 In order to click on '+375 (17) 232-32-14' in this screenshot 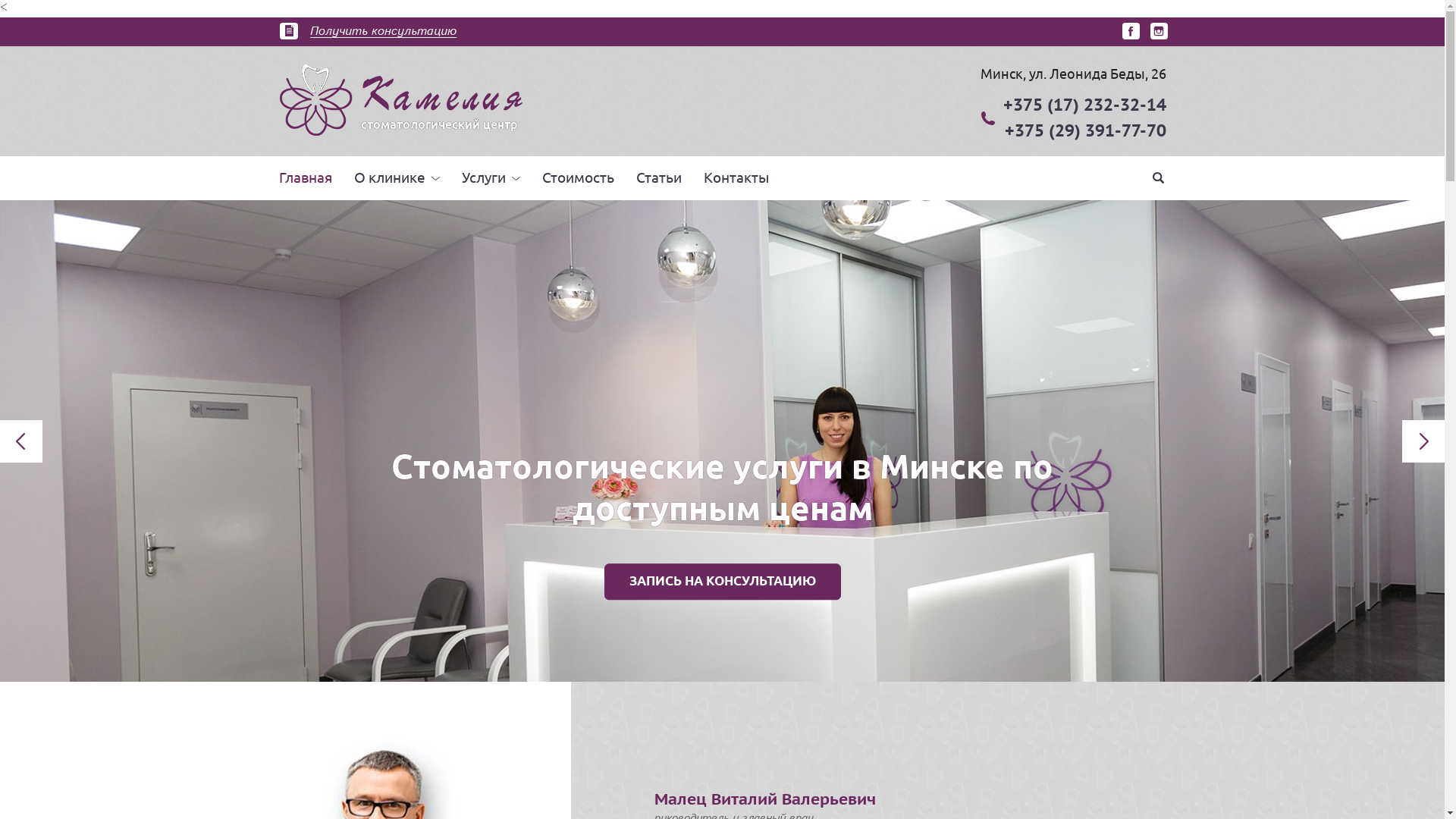, I will do `click(1083, 104)`.